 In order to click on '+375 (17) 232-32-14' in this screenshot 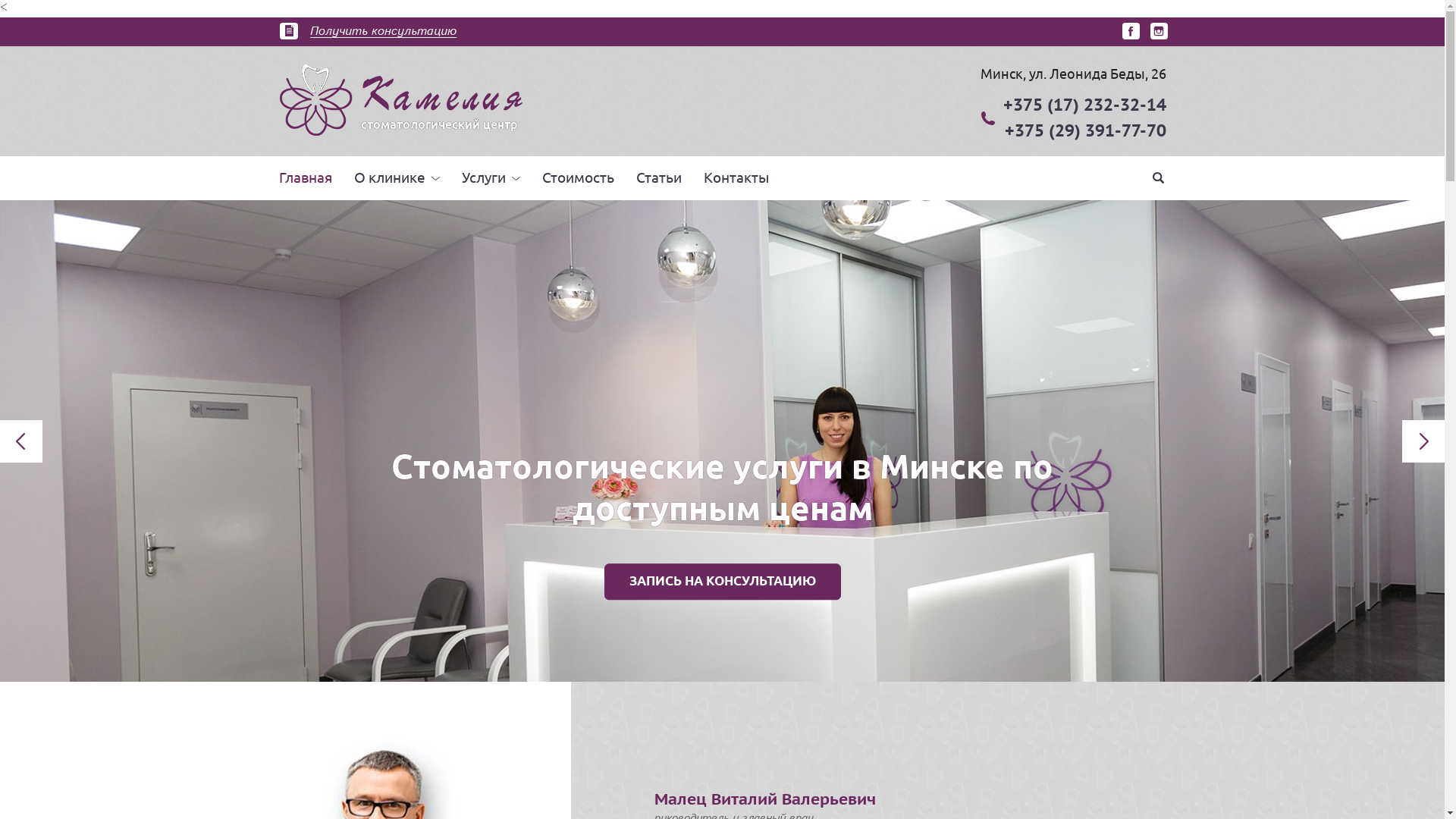, I will do `click(1083, 104)`.